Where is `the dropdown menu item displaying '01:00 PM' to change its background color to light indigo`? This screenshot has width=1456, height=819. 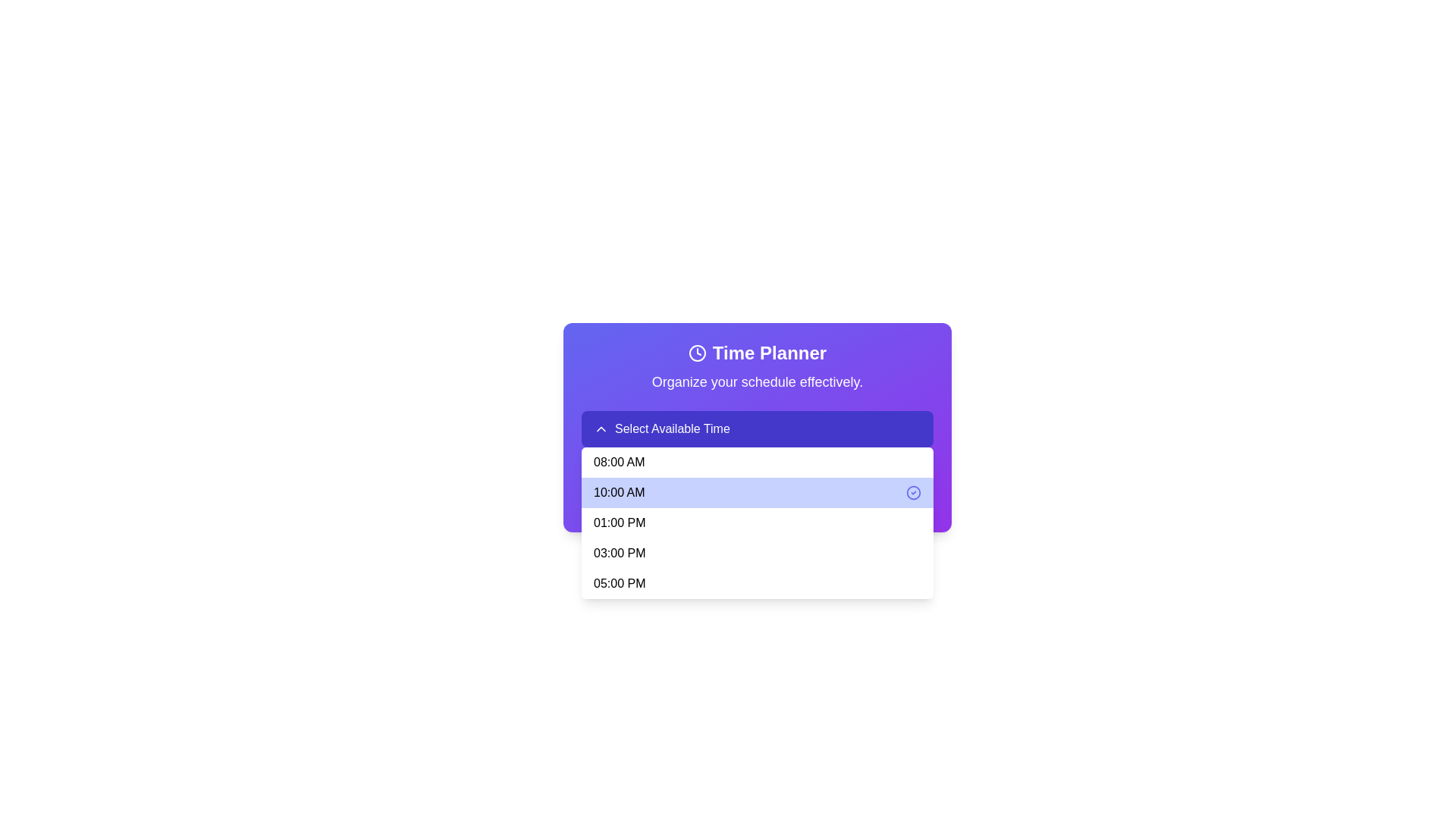
the dropdown menu item displaying '01:00 PM' to change its background color to light indigo is located at coordinates (757, 522).